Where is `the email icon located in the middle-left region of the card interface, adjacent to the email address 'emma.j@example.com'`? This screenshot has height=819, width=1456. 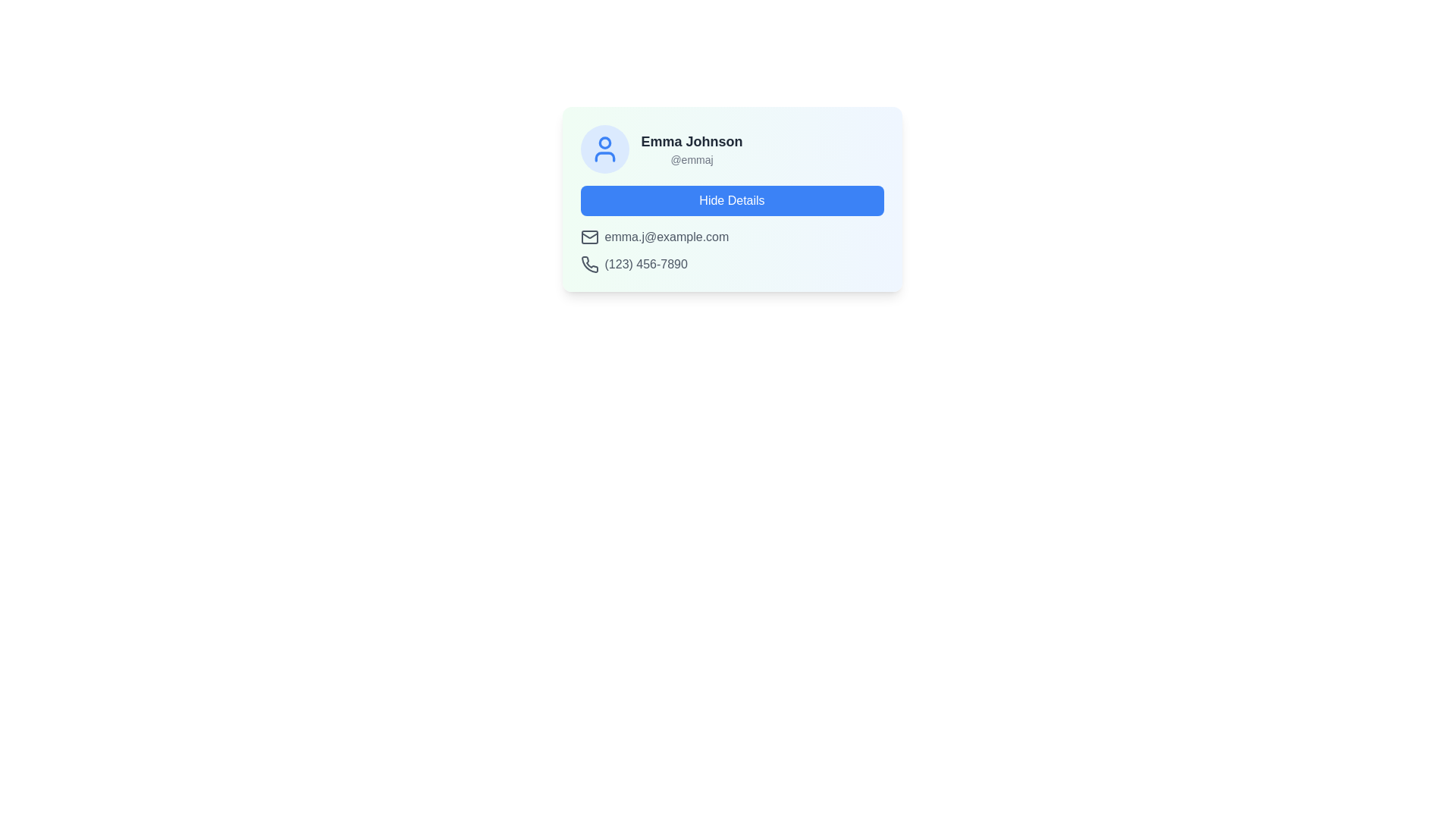 the email icon located in the middle-left region of the card interface, adjacent to the email address 'emma.j@example.com' is located at coordinates (588, 237).